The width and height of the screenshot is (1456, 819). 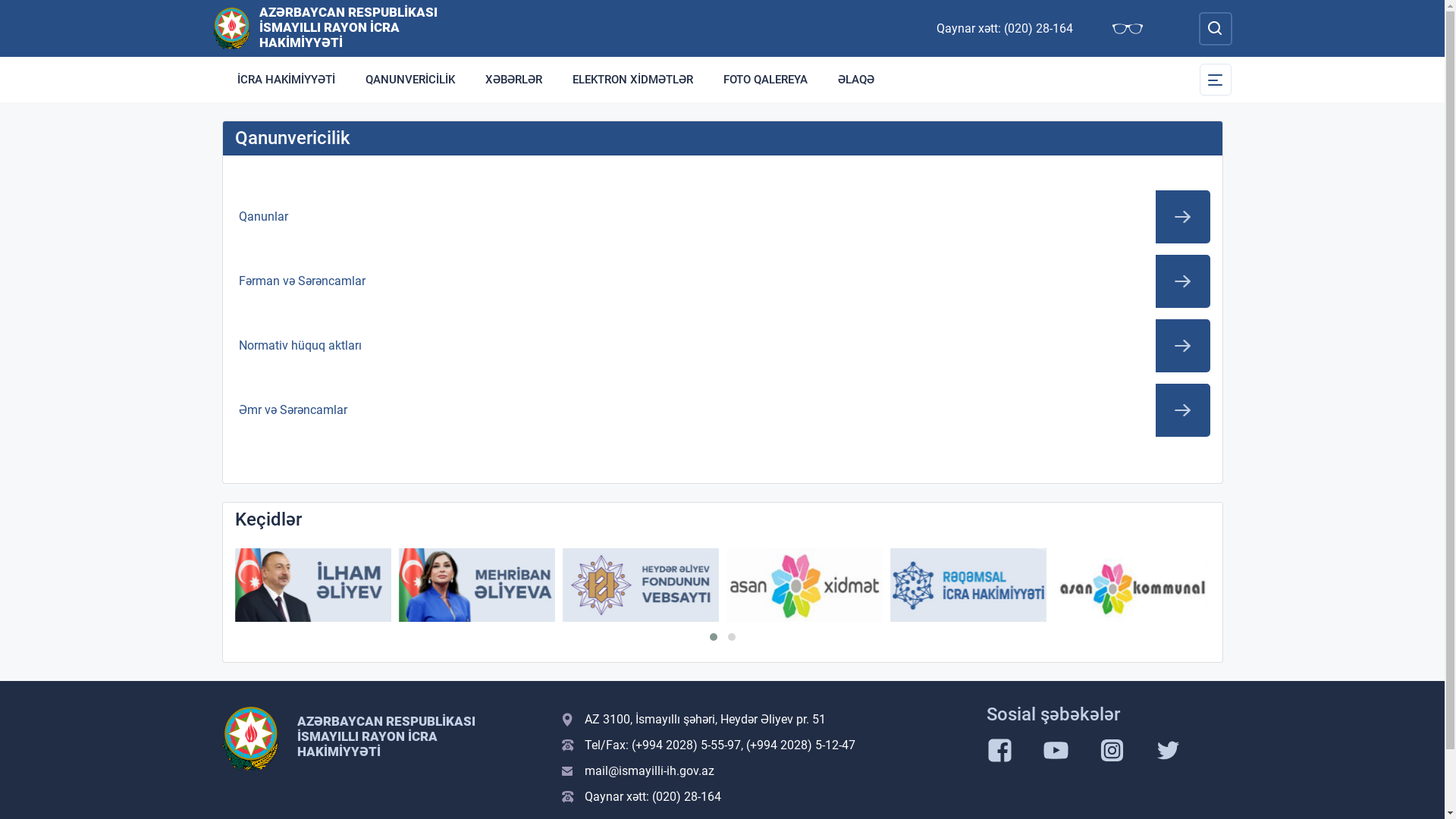 I want to click on 'Asan komunal', so click(x=1053, y=584).